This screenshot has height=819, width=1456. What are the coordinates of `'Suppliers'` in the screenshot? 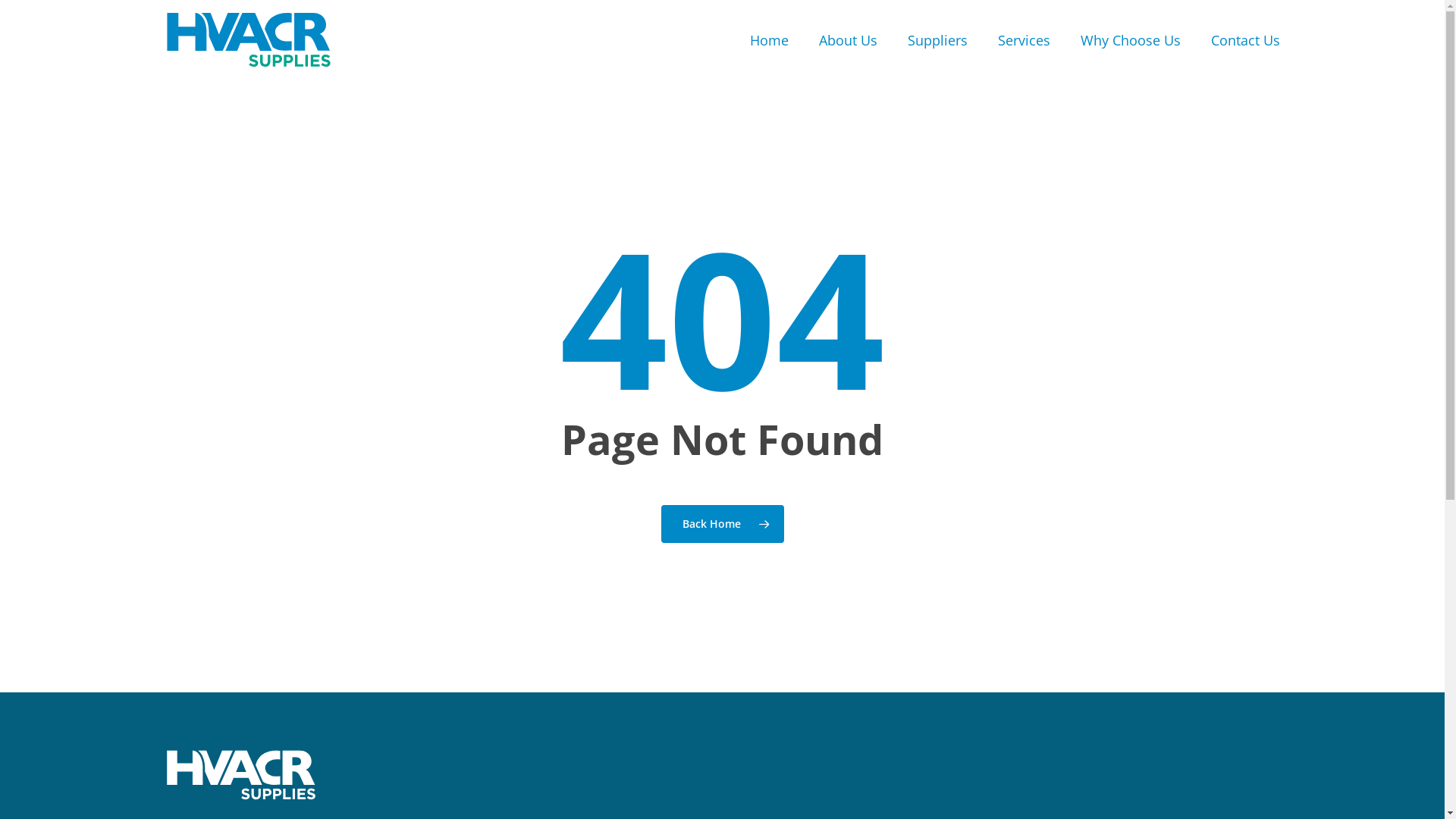 It's located at (906, 39).